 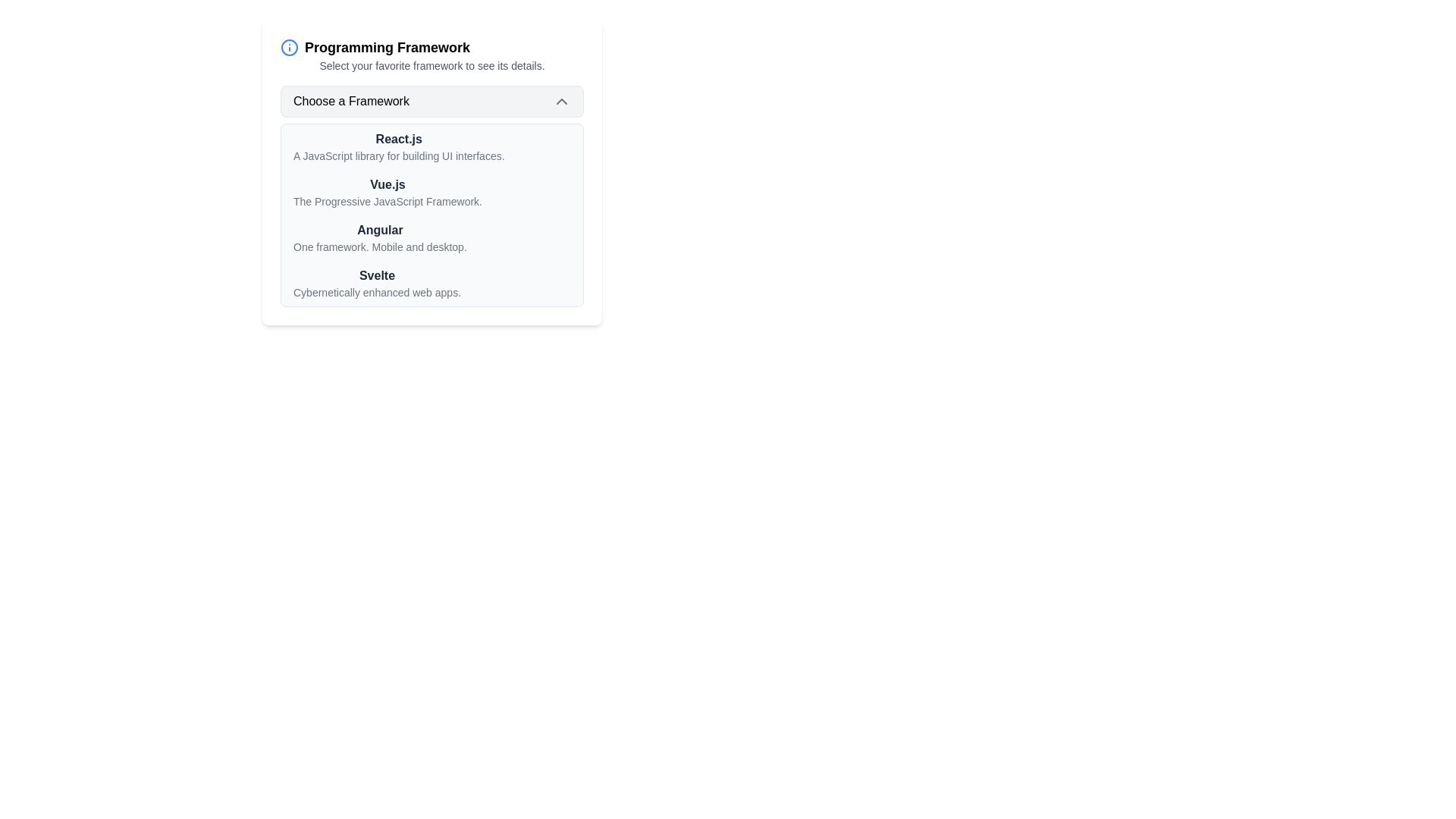 I want to click on the state of the chevron icon located to the right of the 'Choose a Framework' section to determine if it indicates an expandable or collapsible action, so click(x=560, y=102).